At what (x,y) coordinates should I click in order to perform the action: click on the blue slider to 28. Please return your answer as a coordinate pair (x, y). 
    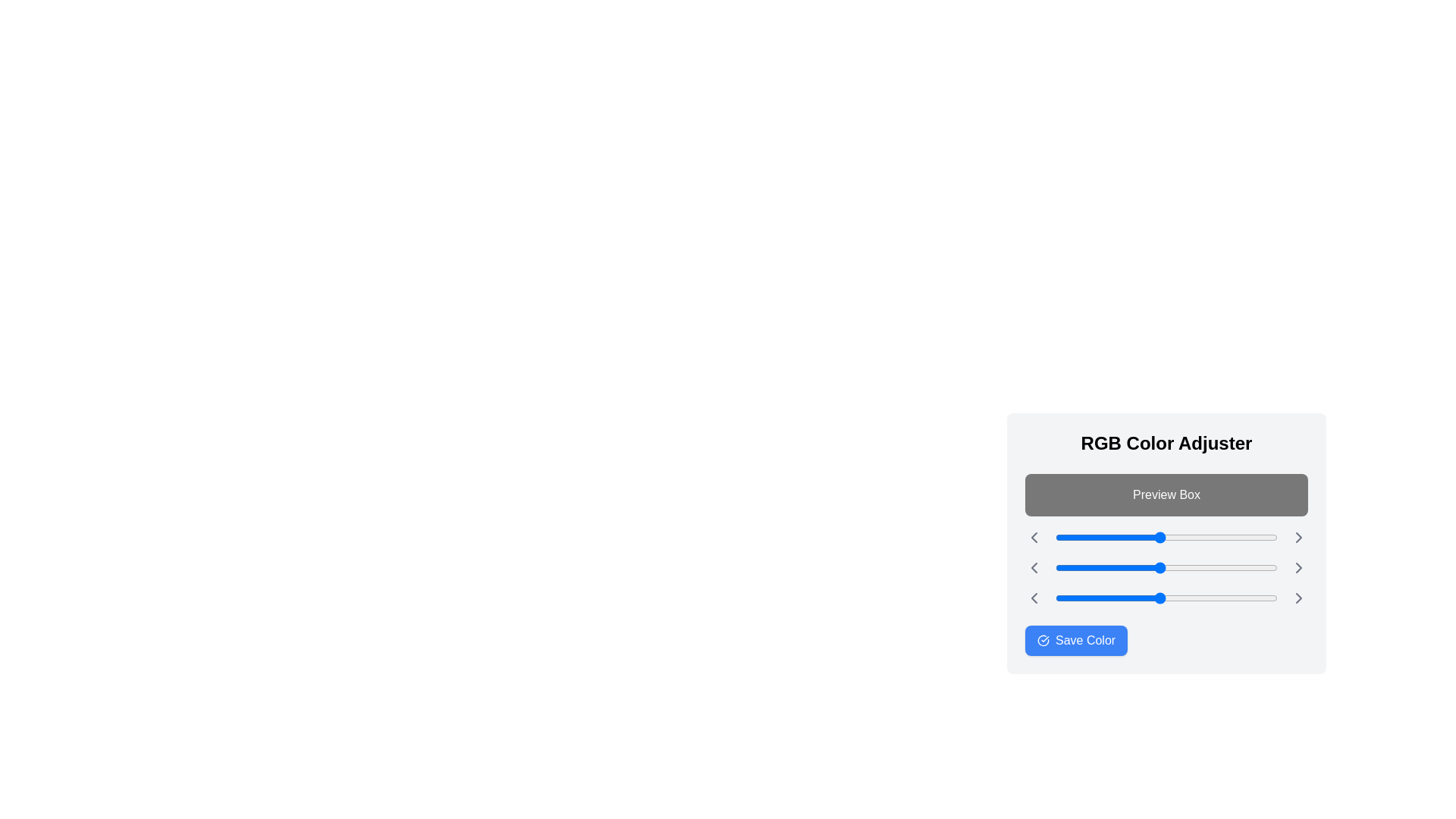
    Looking at the image, I should click on (1079, 598).